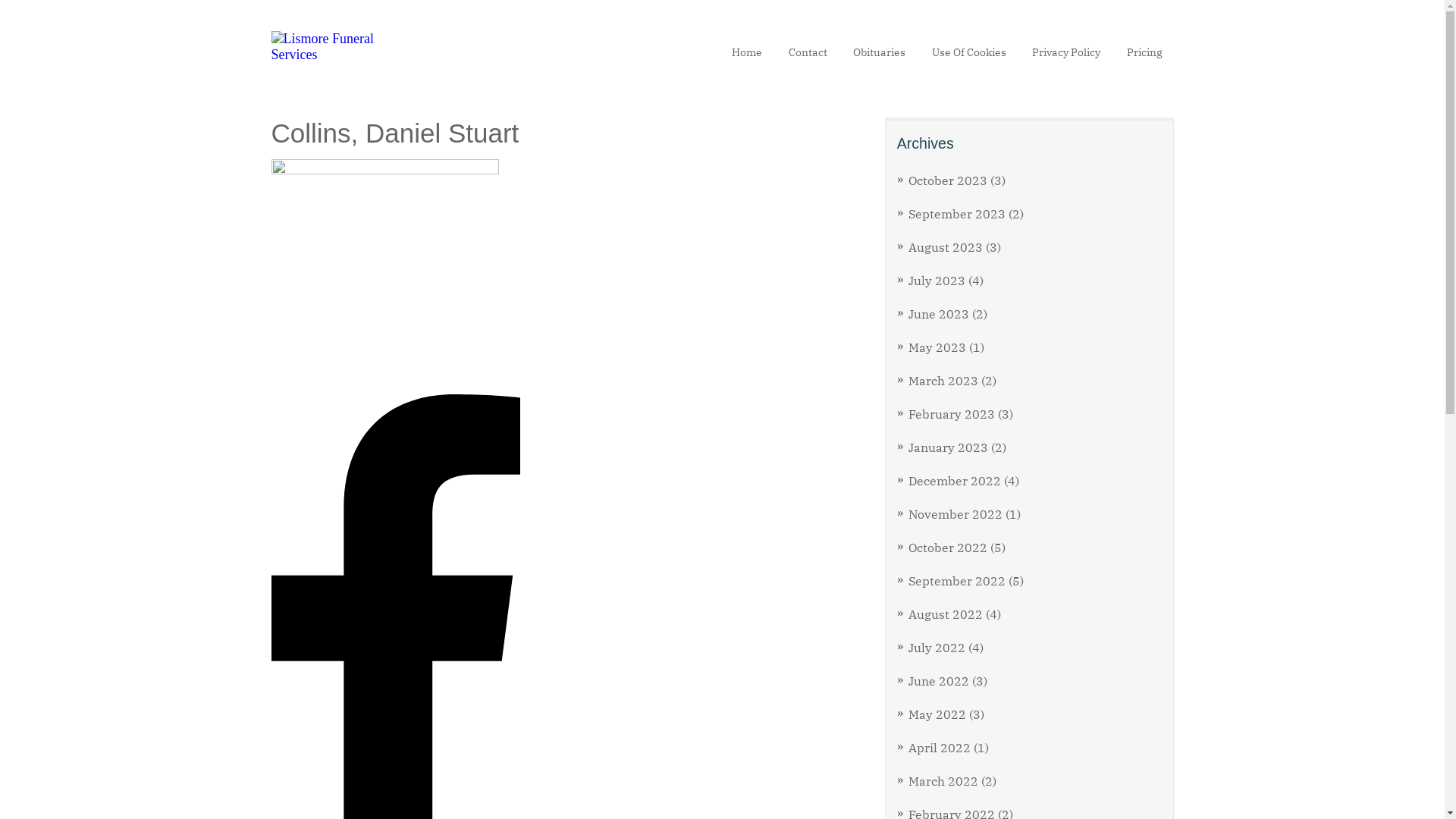 The width and height of the screenshot is (1456, 819). What do you see at coordinates (908, 747) in the screenshot?
I see `'April 2022'` at bounding box center [908, 747].